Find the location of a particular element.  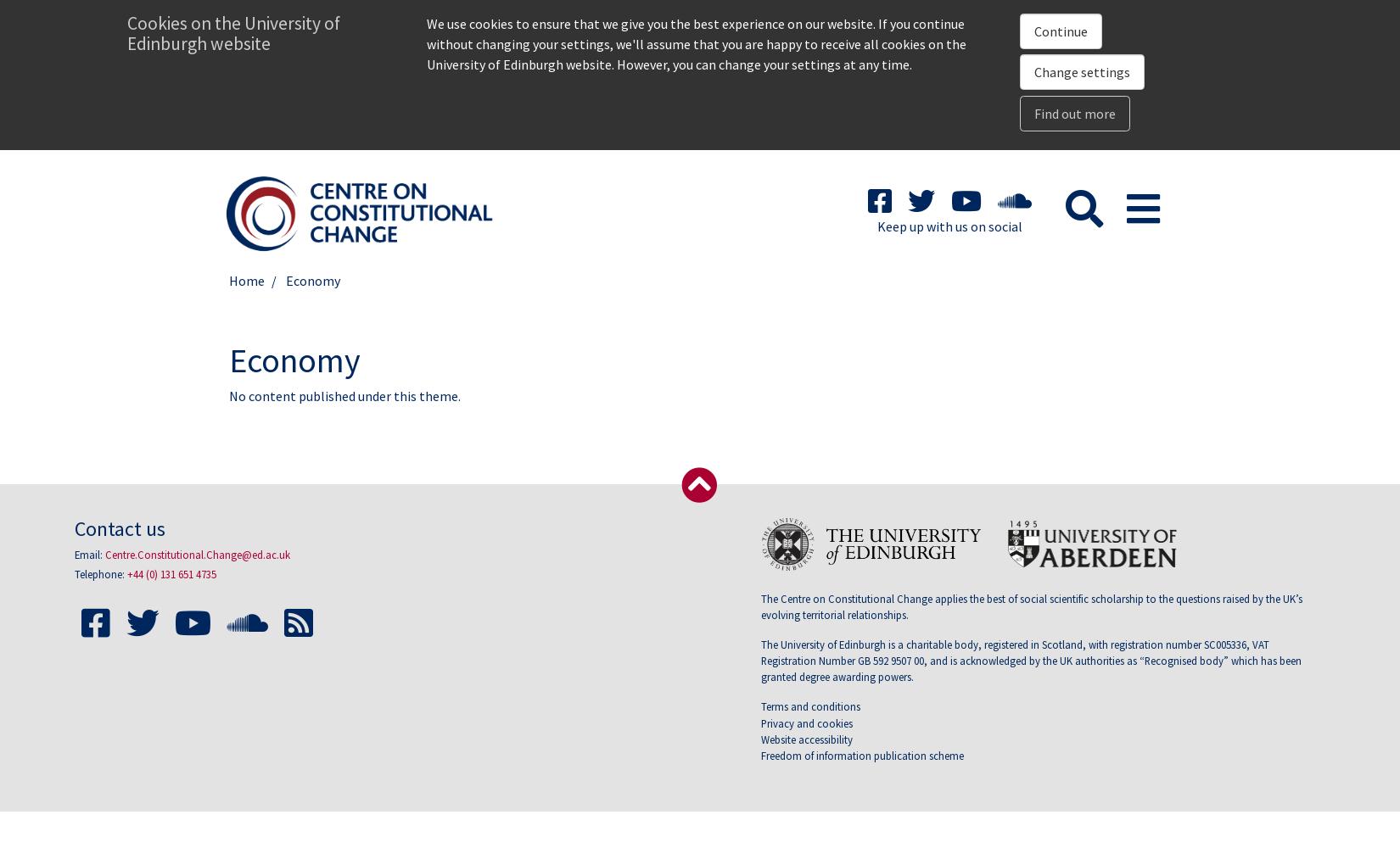

'Keep up with us on social' is located at coordinates (877, 226).